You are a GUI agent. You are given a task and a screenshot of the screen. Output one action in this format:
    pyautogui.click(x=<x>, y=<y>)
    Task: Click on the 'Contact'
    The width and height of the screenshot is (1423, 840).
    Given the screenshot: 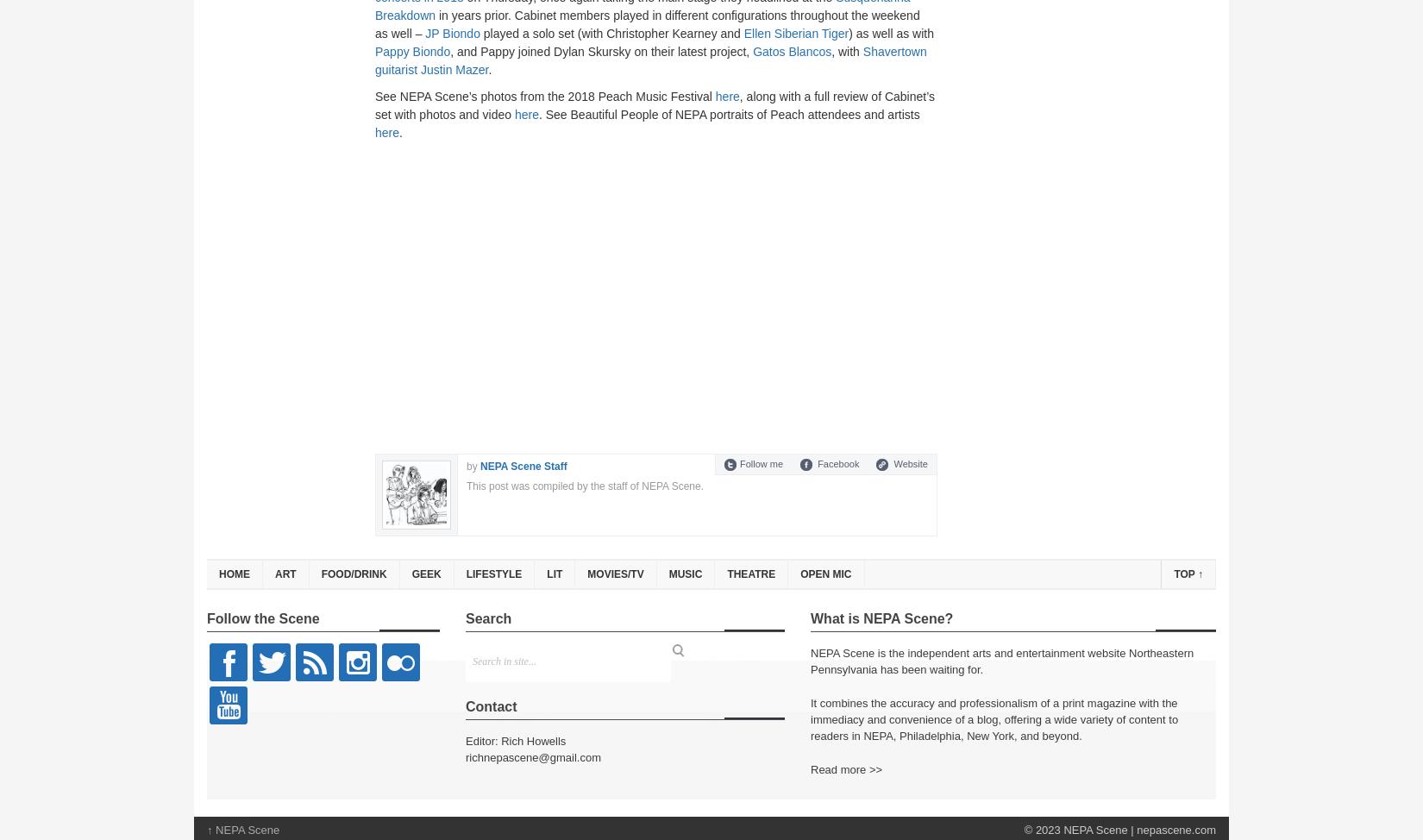 What is the action you would take?
    pyautogui.click(x=490, y=706)
    